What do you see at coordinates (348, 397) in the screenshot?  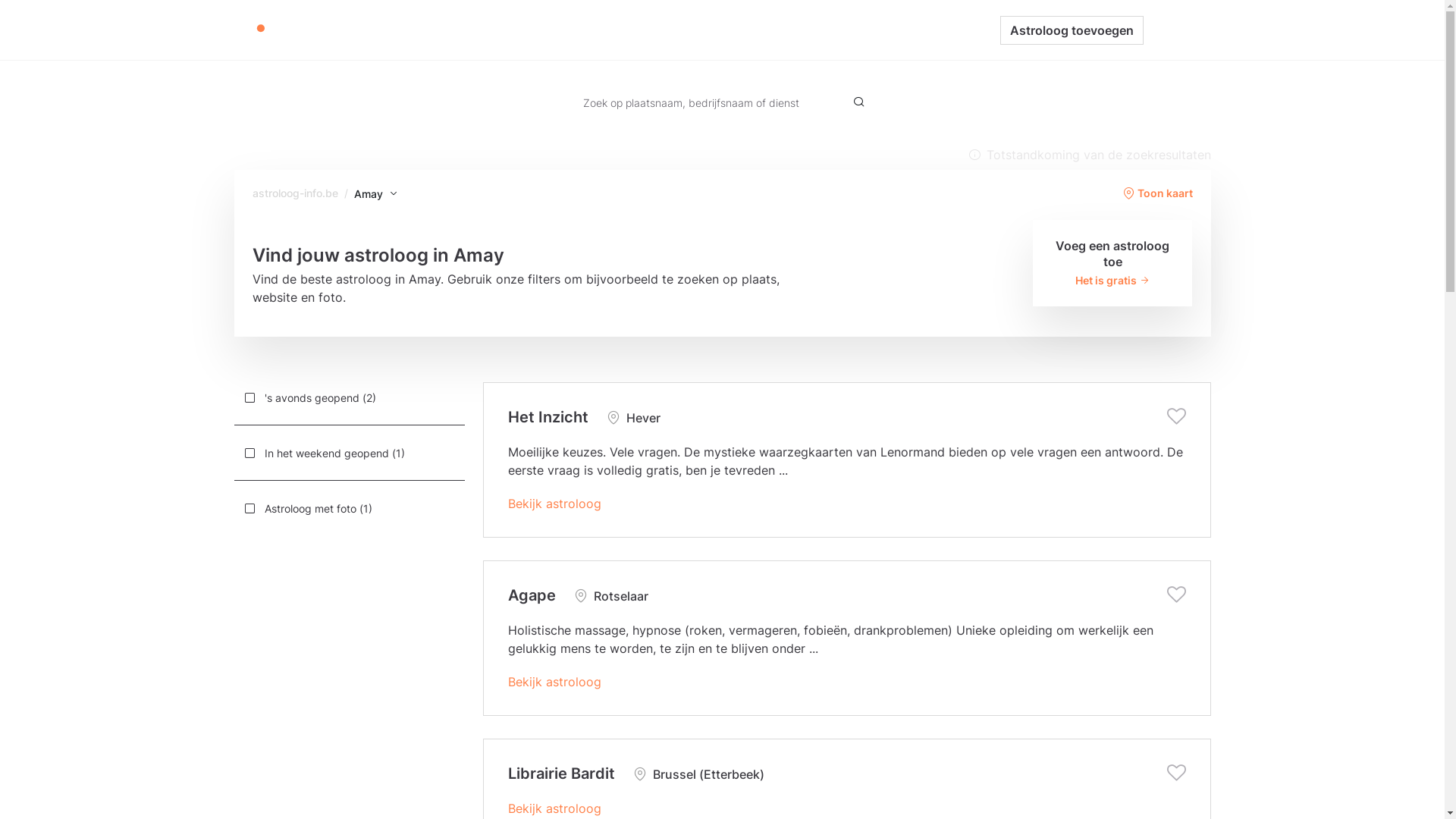 I see `''s avonds geopend (2)'` at bounding box center [348, 397].